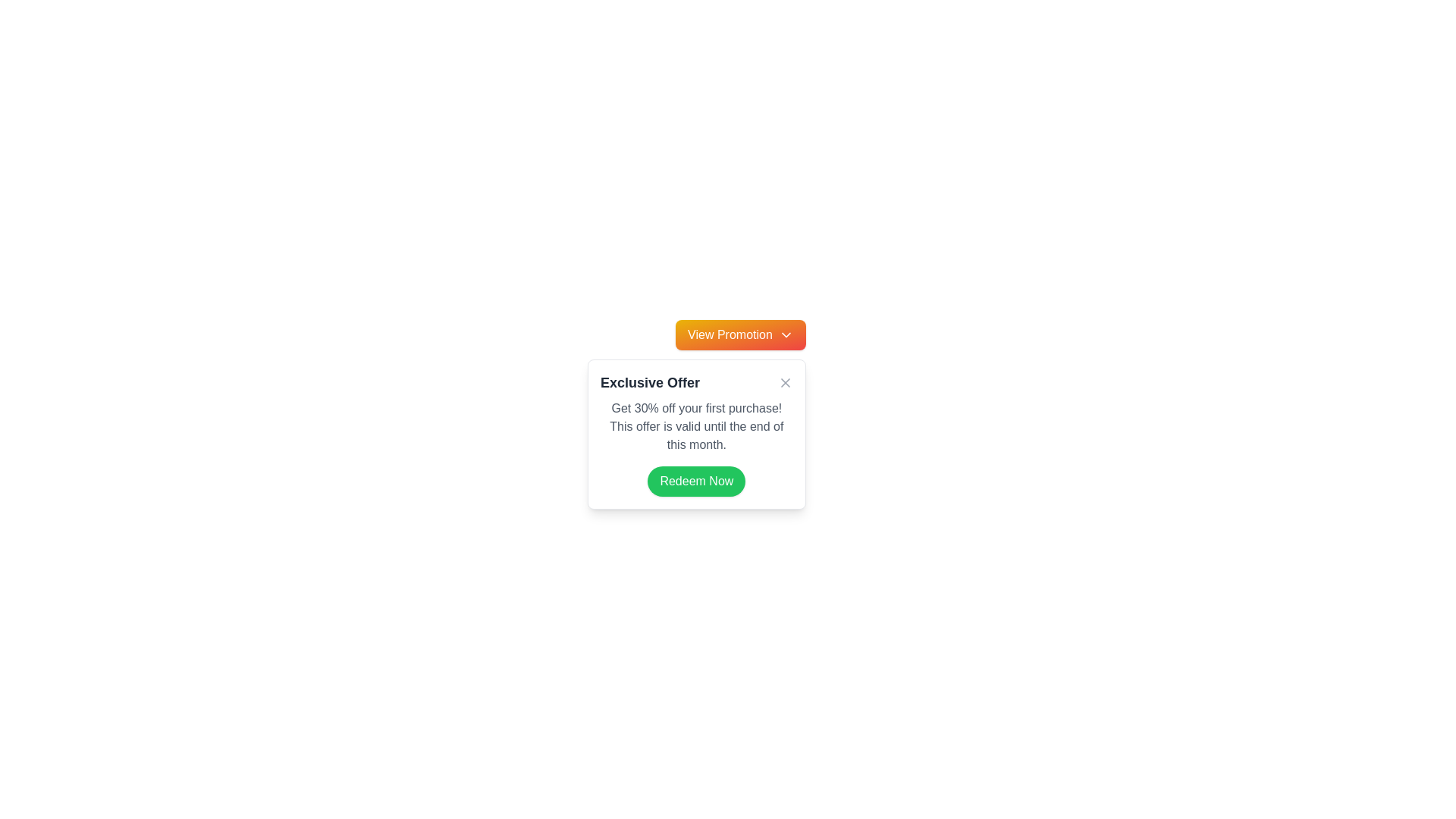 Image resolution: width=1456 pixels, height=819 pixels. Describe the element at coordinates (785, 382) in the screenshot. I see `the cross (×) icon in the top-right corner of the pop-up box, which is used for closing the window or removing an element` at that location.